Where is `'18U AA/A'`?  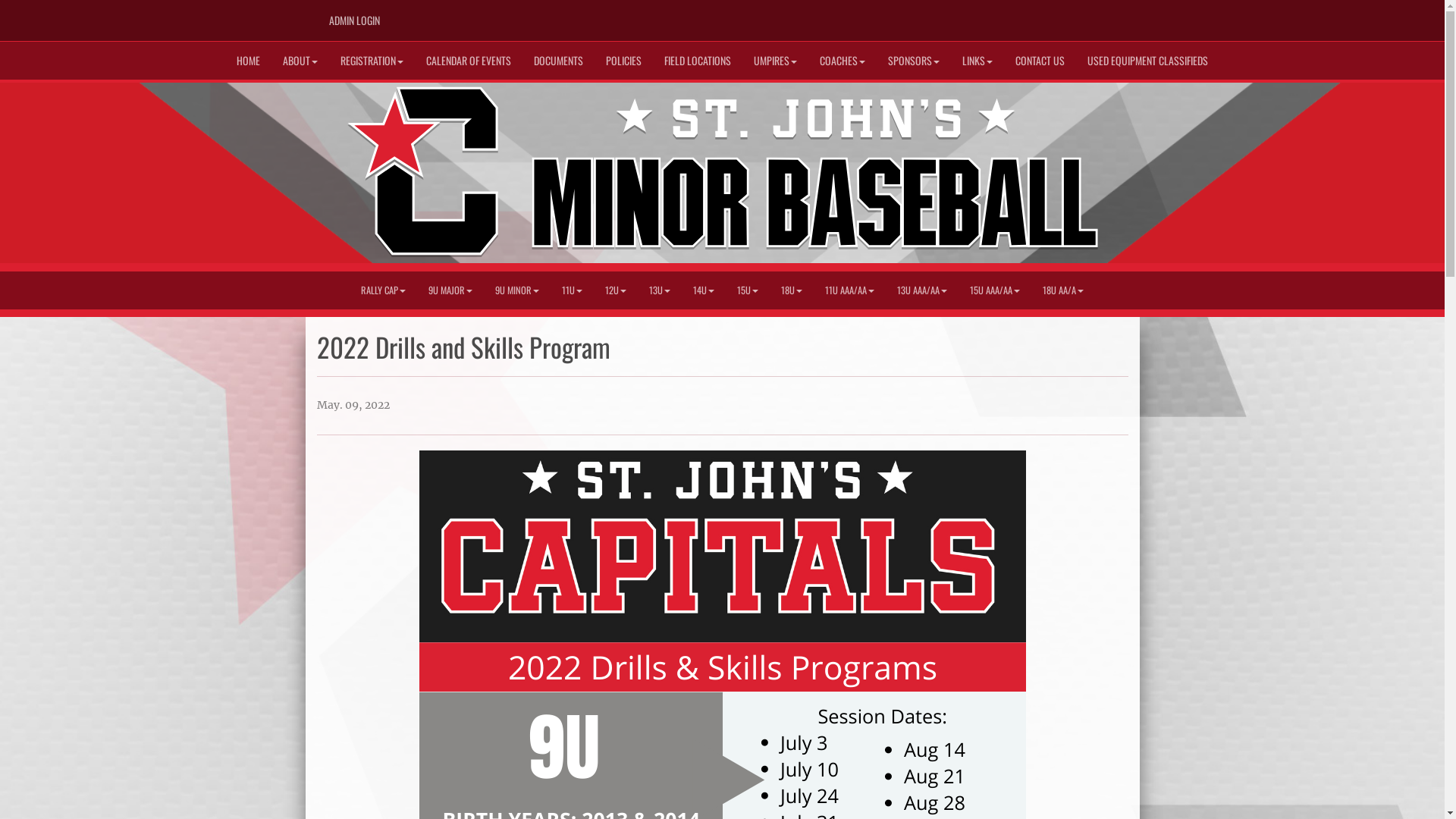 '18U AA/A' is located at coordinates (1062, 290).